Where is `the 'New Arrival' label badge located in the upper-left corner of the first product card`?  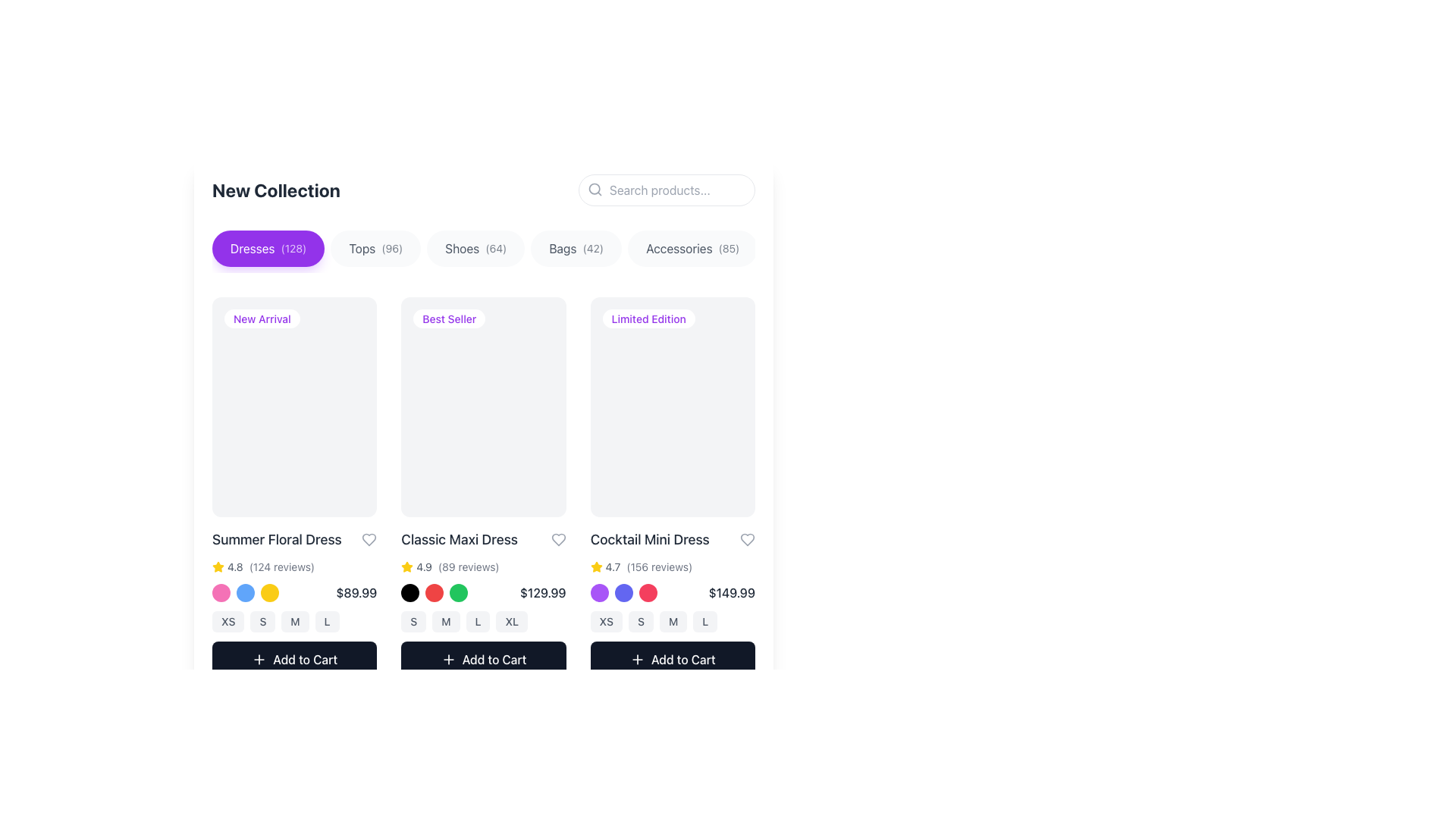 the 'New Arrival' label badge located in the upper-left corner of the first product card is located at coordinates (262, 318).